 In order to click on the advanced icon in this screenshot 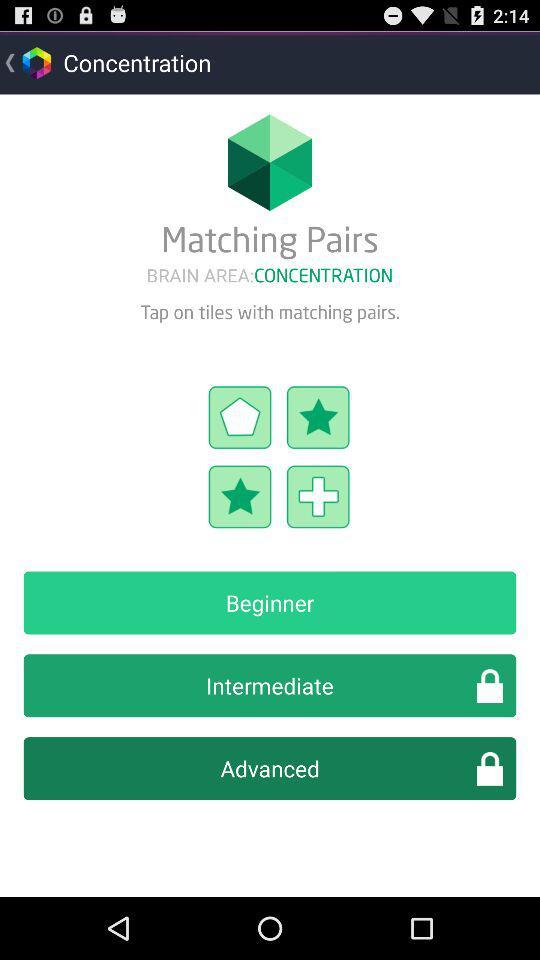, I will do `click(270, 767)`.